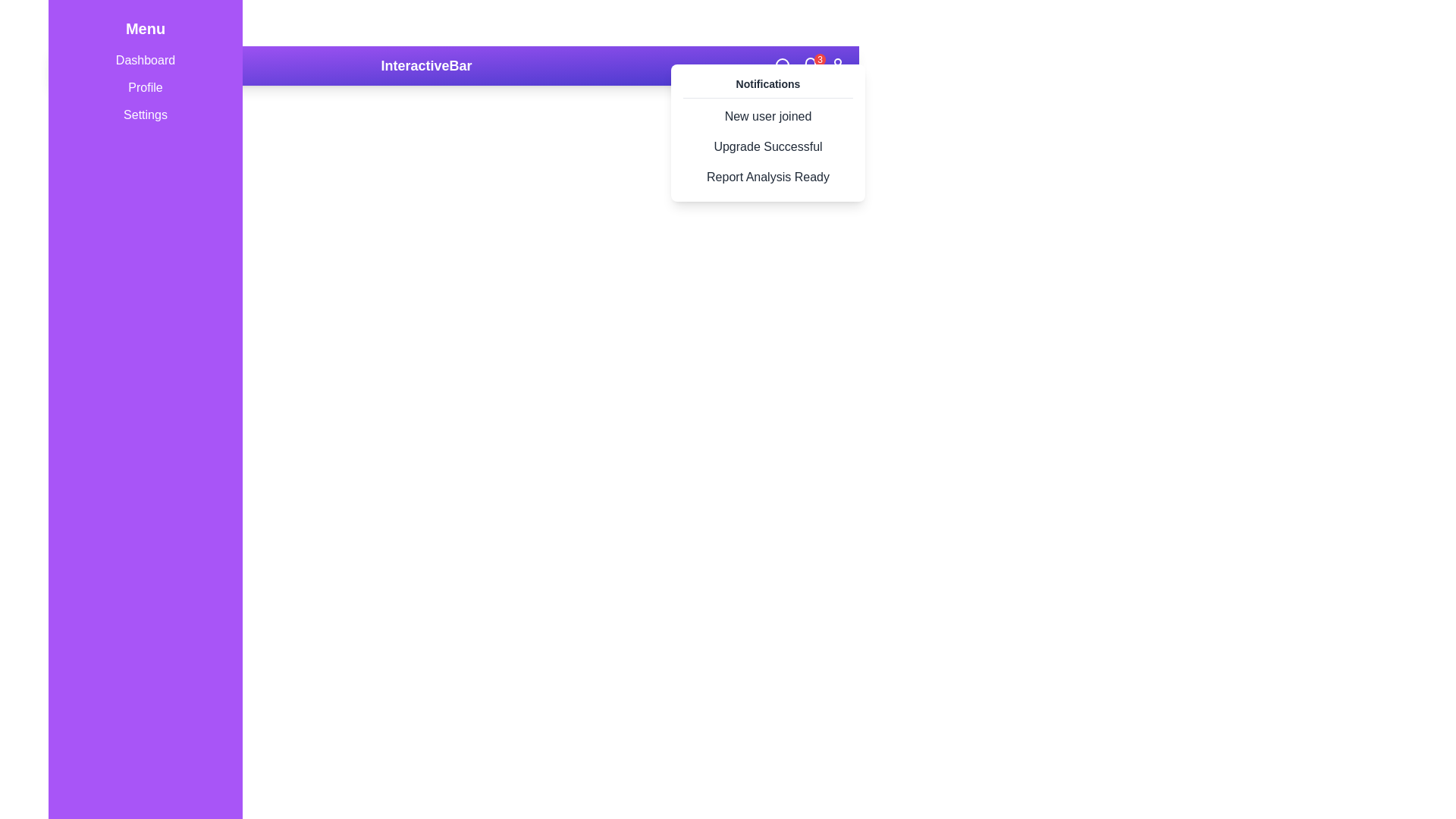 Image resolution: width=1456 pixels, height=819 pixels. I want to click on the navigation menu item at the top of the sidebar, which serves as a link to the dashboard page, so click(146, 60).